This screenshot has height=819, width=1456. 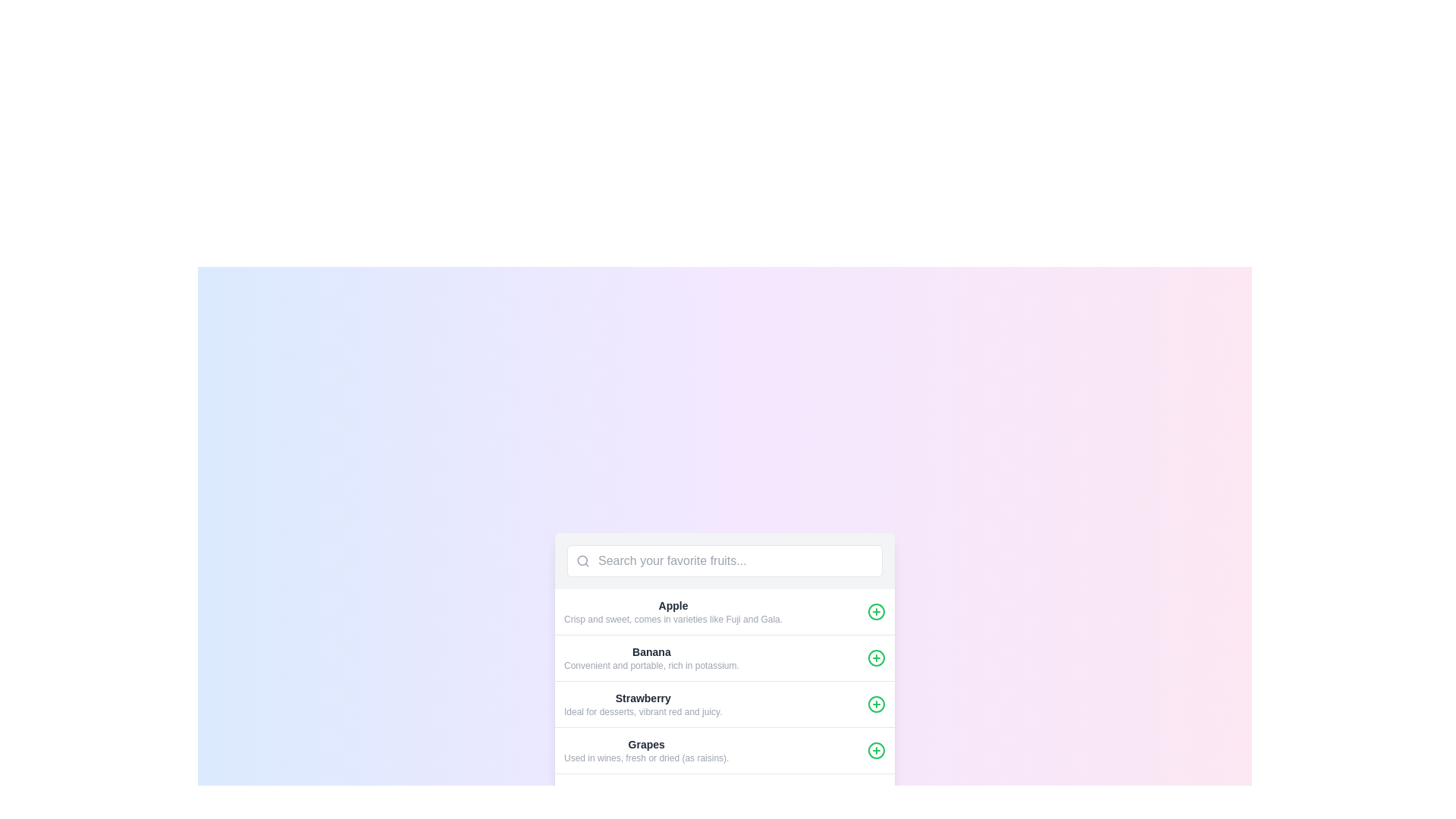 I want to click on the text display area that contains the bold text 'Grapes' and the smaller text 'Used in wines, fresh or dried (as raisins)', located within the fourth entry of a vertical list of items, so click(x=646, y=751).